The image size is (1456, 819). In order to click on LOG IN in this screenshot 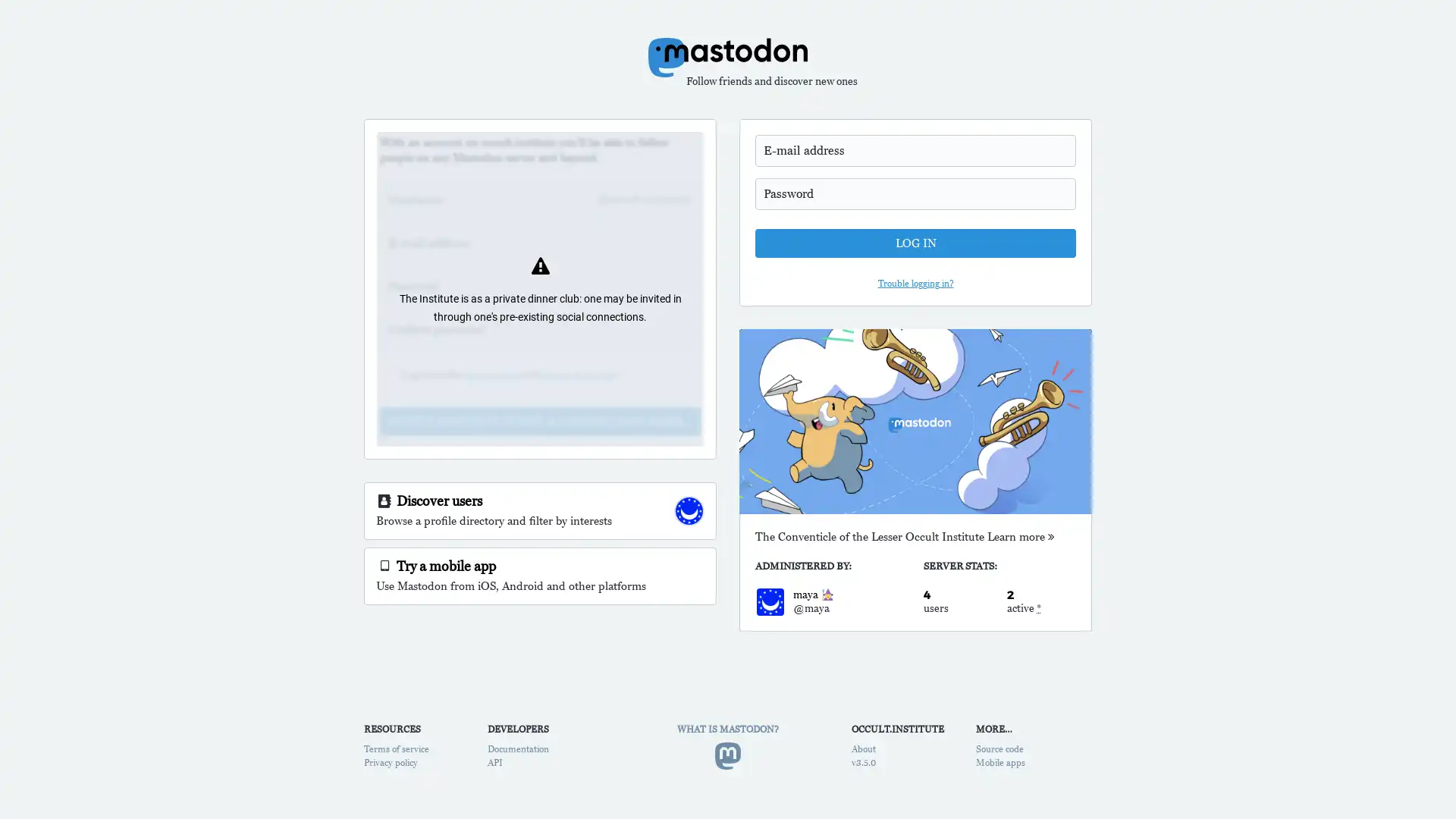, I will do `click(915, 242)`.